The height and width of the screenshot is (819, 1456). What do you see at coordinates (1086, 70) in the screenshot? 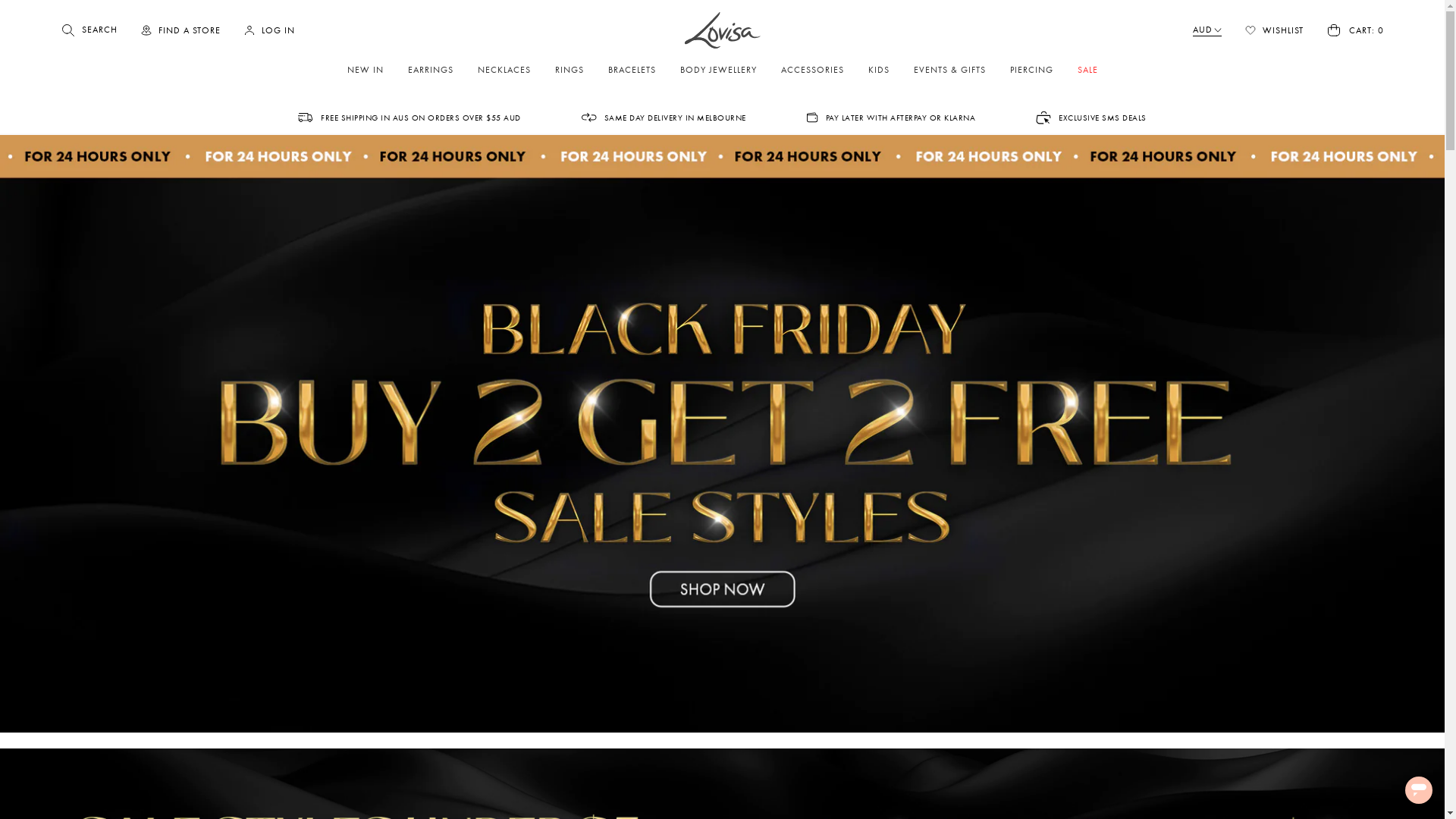
I see `'SALE'` at bounding box center [1086, 70].